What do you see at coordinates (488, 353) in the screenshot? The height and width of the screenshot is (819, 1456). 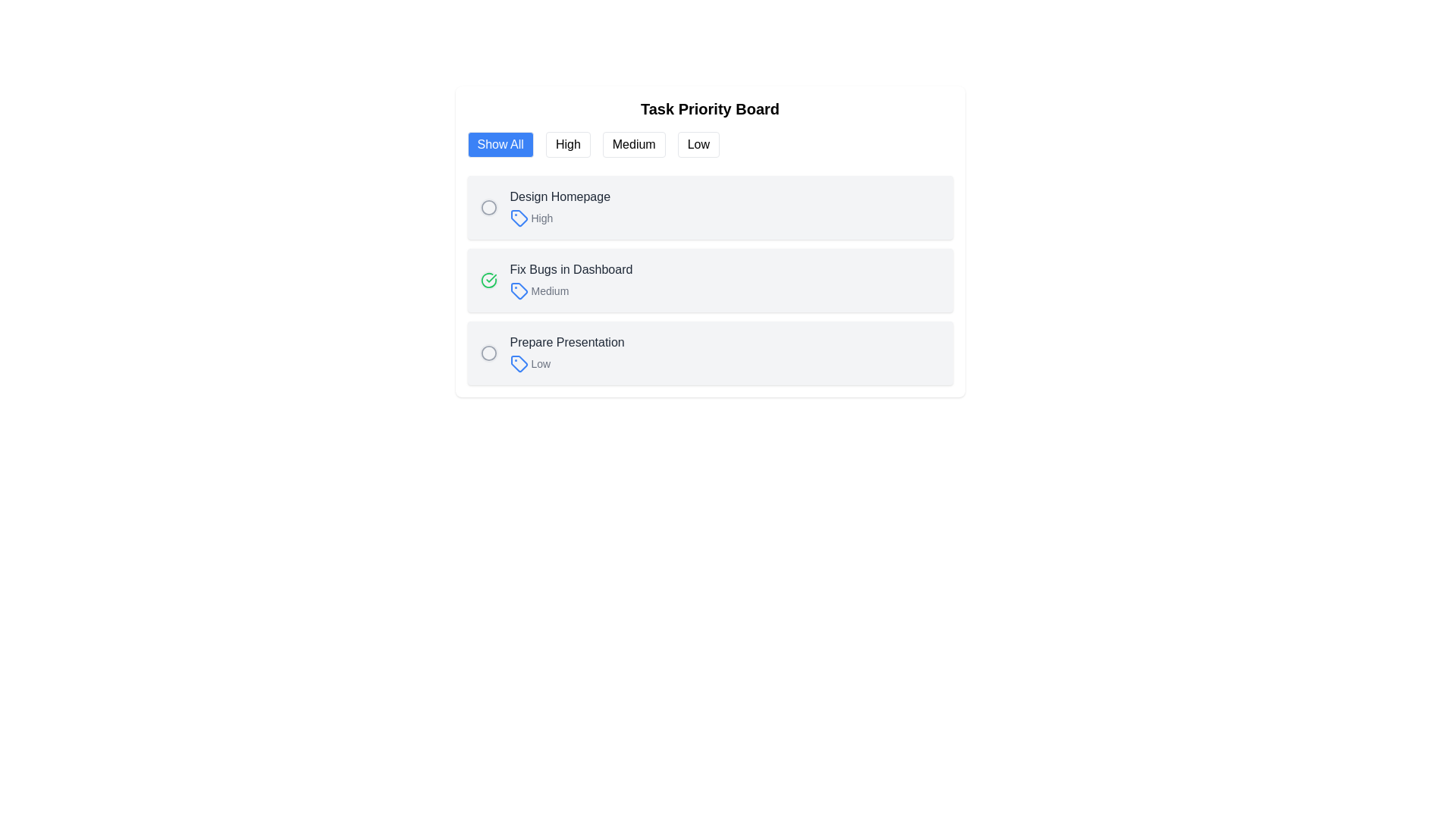 I see `the circular status indicator located in the lowest row of the task list associated with the task labeled 'Prepare Presentation'` at bounding box center [488, 353].